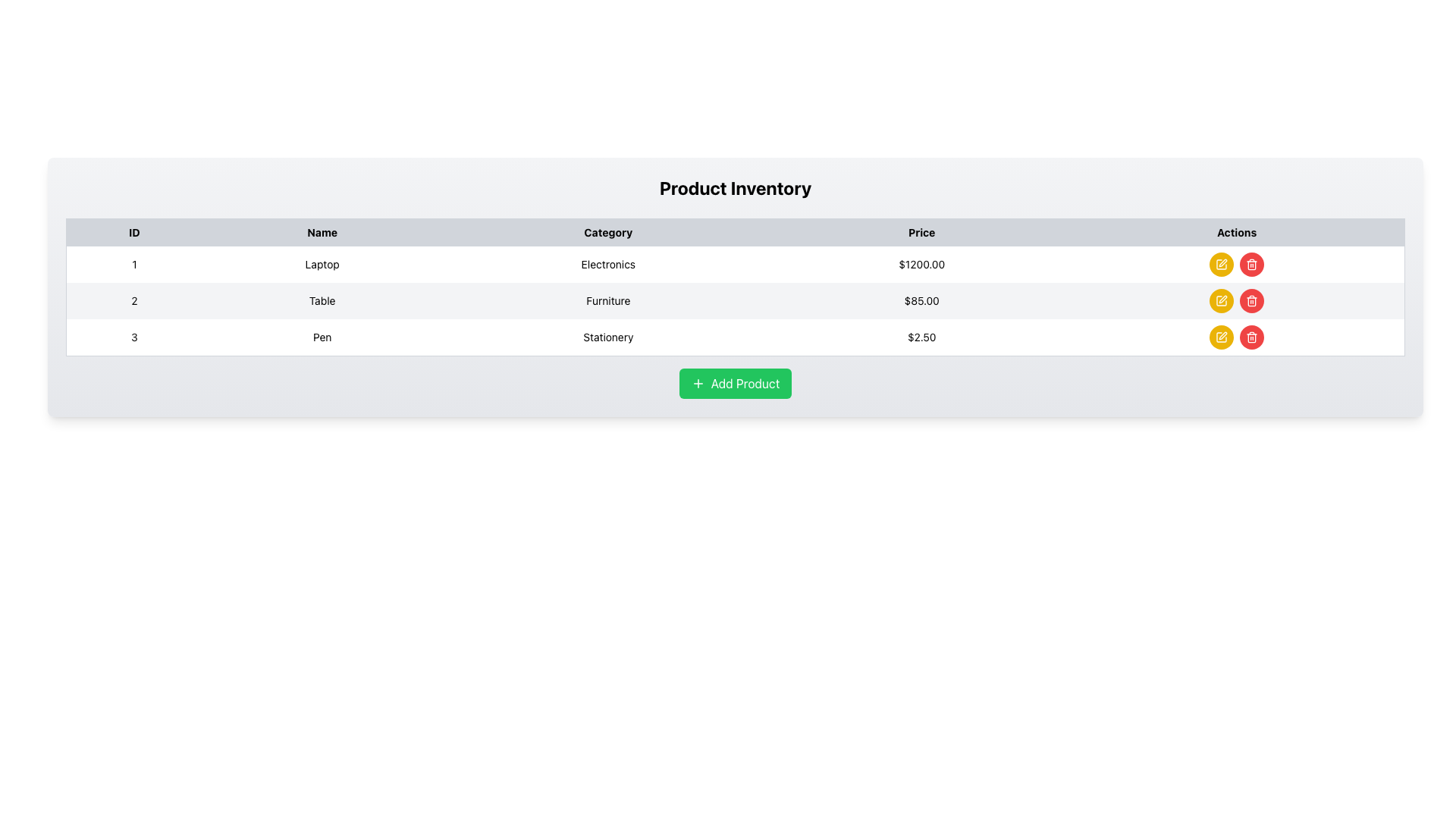 The height and width of the screenshot is (819, 1456). Describe the element at coordinates (697, 382) in the screenshot. I see `the decorative icon located to the left of the 'Add Product' text within the button, positioned centrally below the product inventory table` at that location.